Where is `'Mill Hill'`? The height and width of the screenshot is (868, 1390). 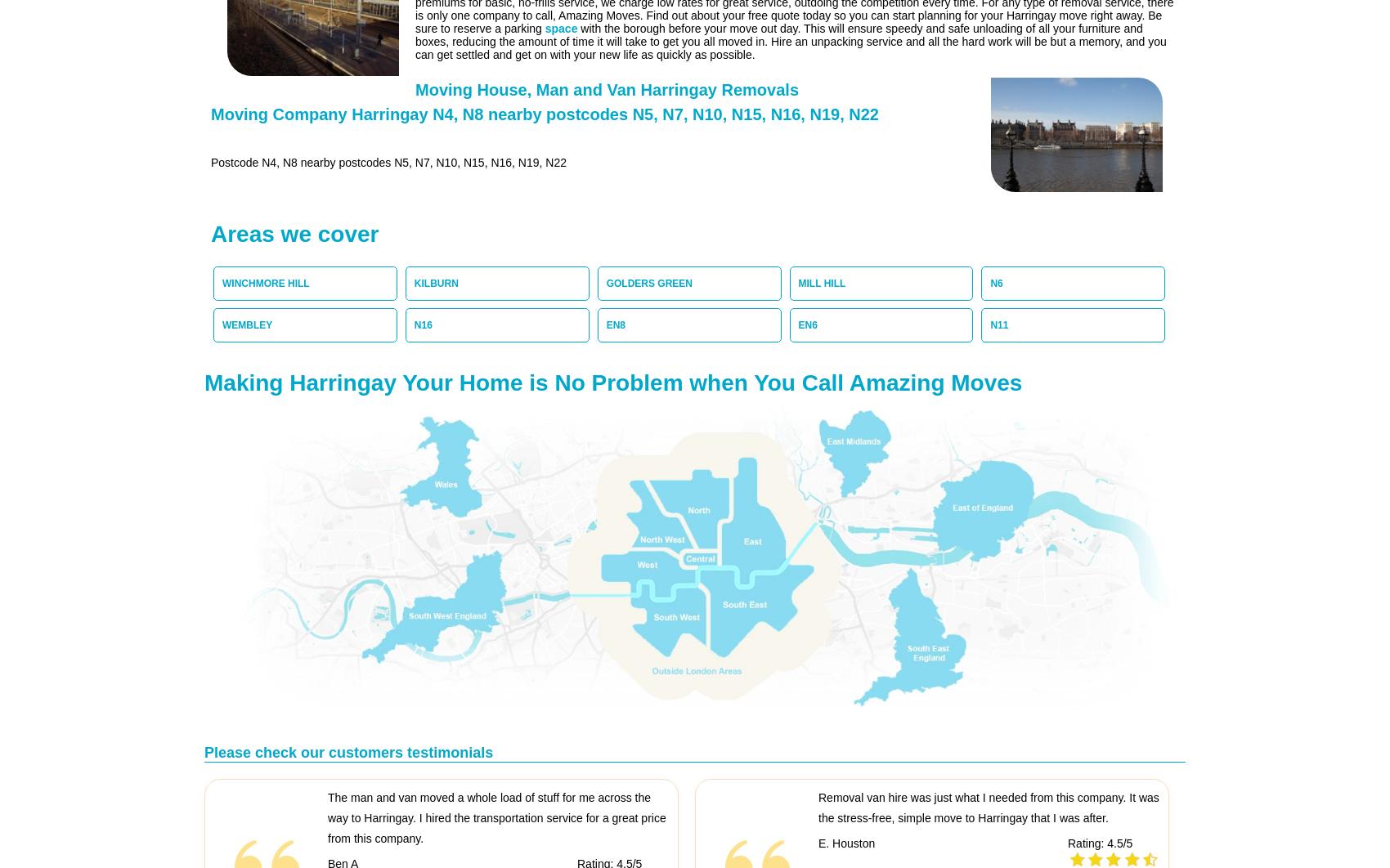 'Mill Hill' is located at coordinates (796, 282).